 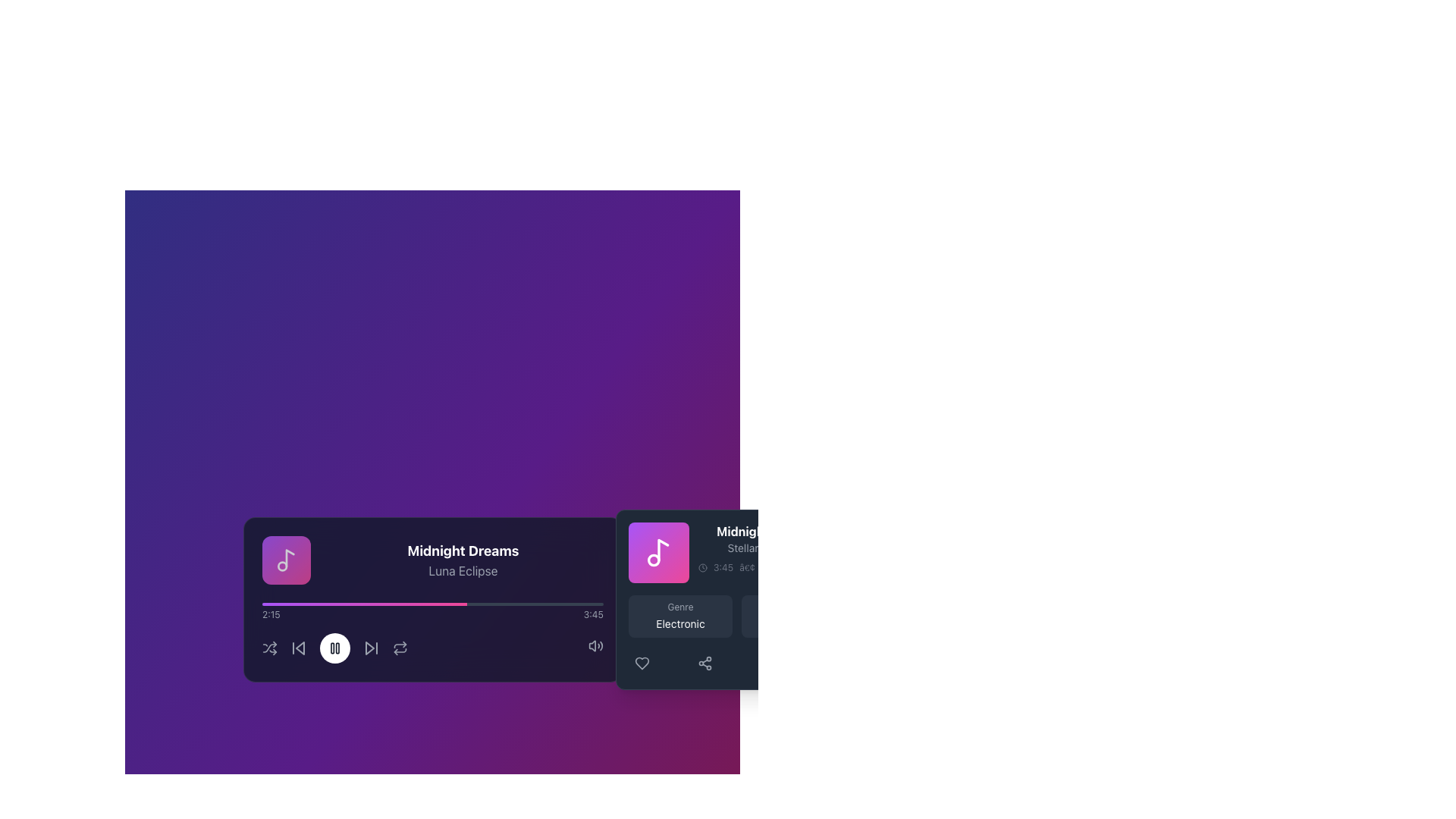 What do you see at coordinates (595, 646) in the screenshot?
I see `the volume icon button, which features a gray speaker symbol with sound waves, located on the bottom-right corner of the player interface` at bounding box center [595, 646].